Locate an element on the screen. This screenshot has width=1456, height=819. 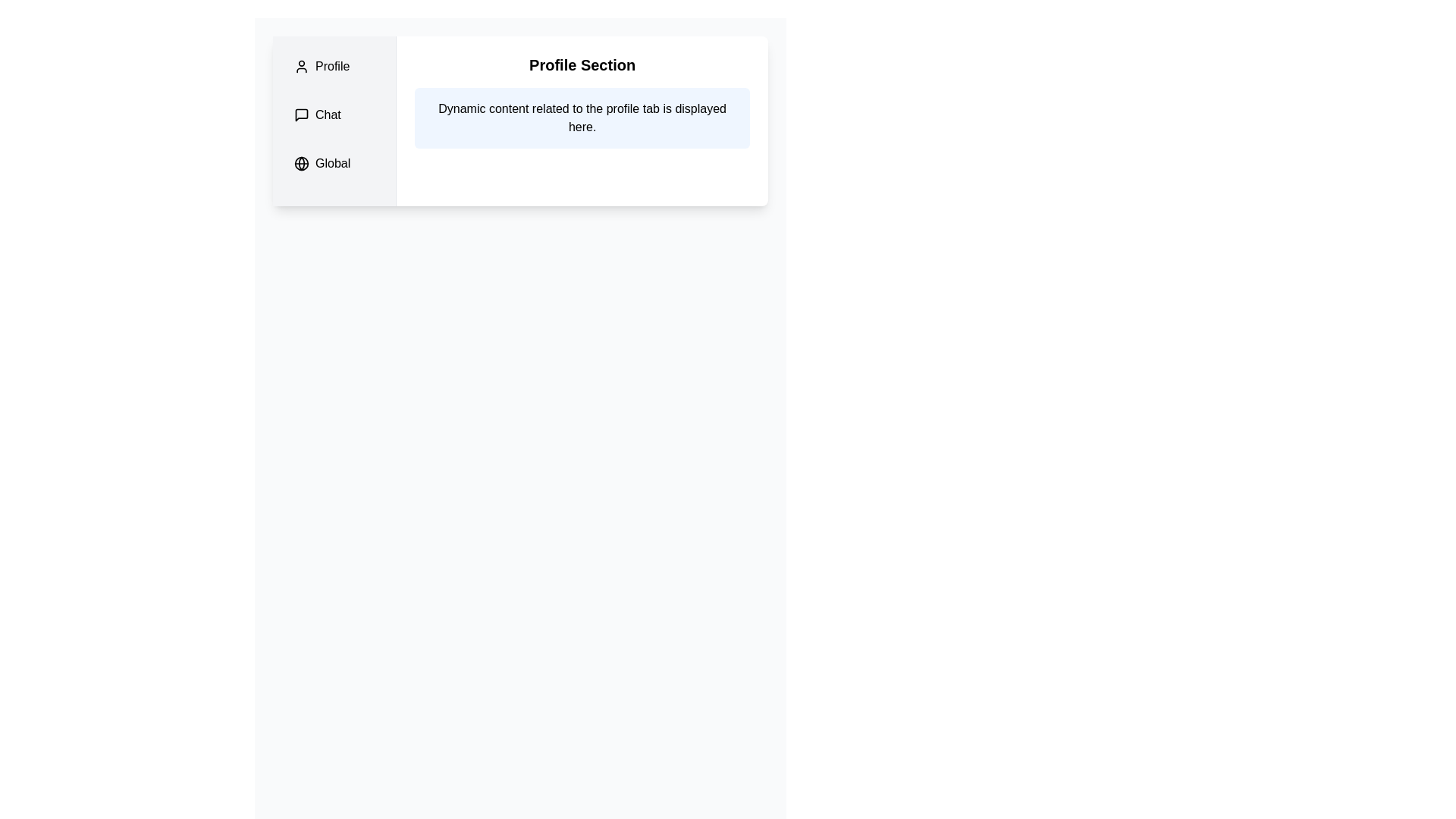
the 'Profile' Navigation Tab in the sidebar menu, which is the first item and features a user silhouette icon is located at coordinates (334, 66).